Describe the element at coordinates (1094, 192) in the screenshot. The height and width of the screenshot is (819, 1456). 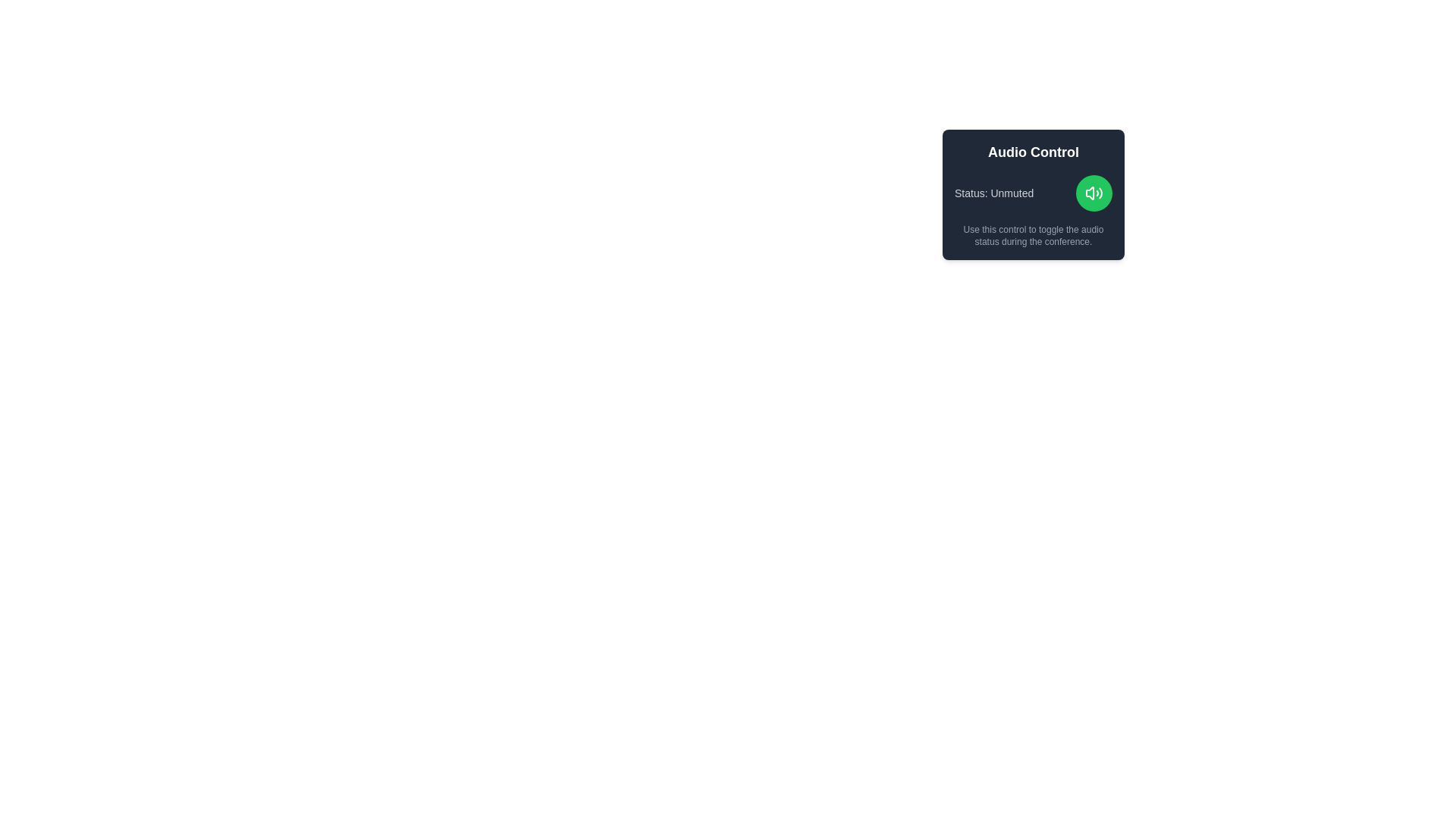
I see `the toggle button for audio status located to the right of the 'Status: Unmuted' label in the top-right part of the 'Audio Control' card to change the audio status` at that location.